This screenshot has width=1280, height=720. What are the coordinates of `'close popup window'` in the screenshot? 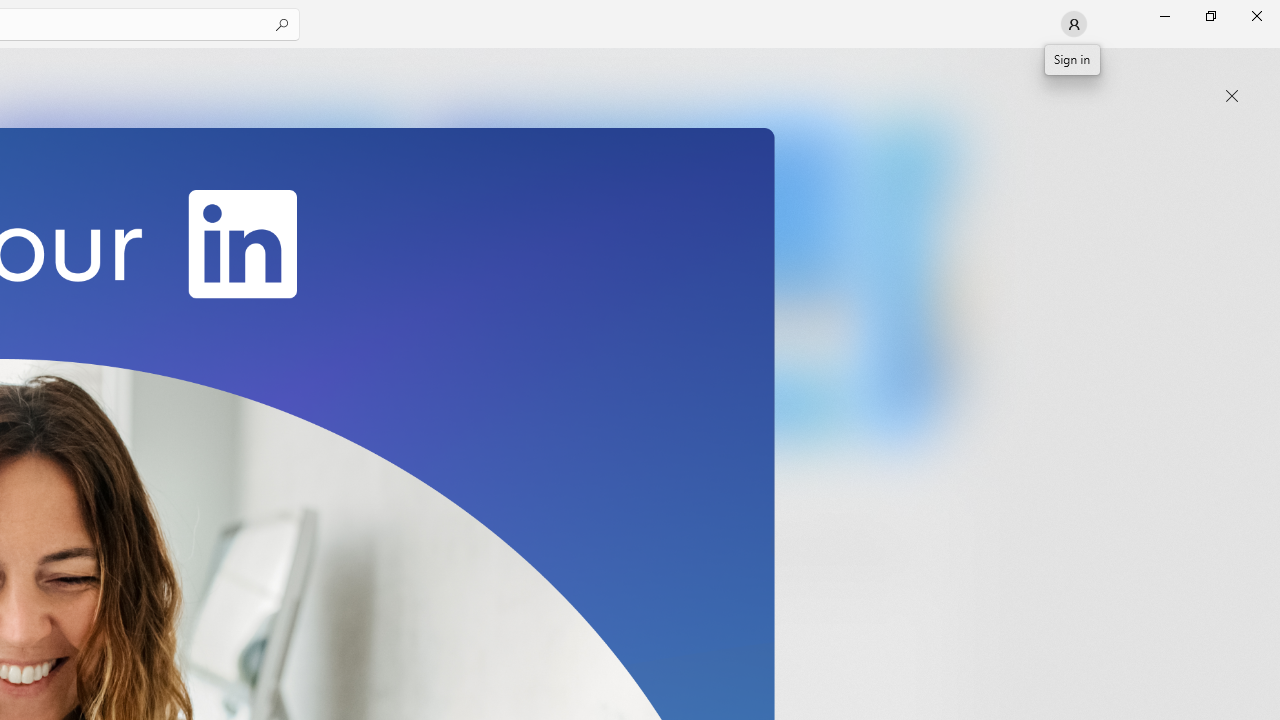 It's located at (1231, 96).